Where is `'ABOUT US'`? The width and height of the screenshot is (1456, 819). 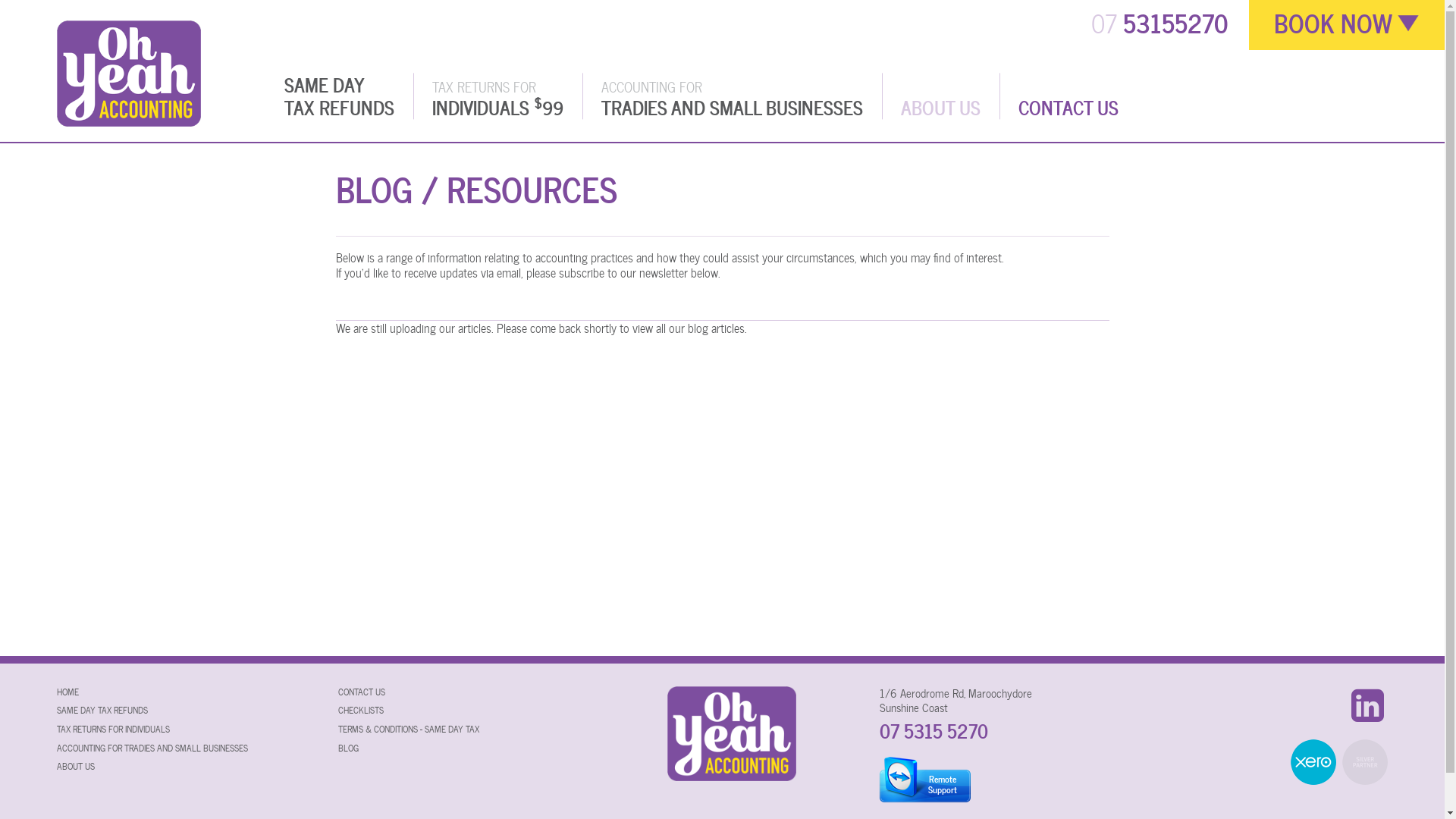 'ABOUT US' is located at coordinates (75, 766).